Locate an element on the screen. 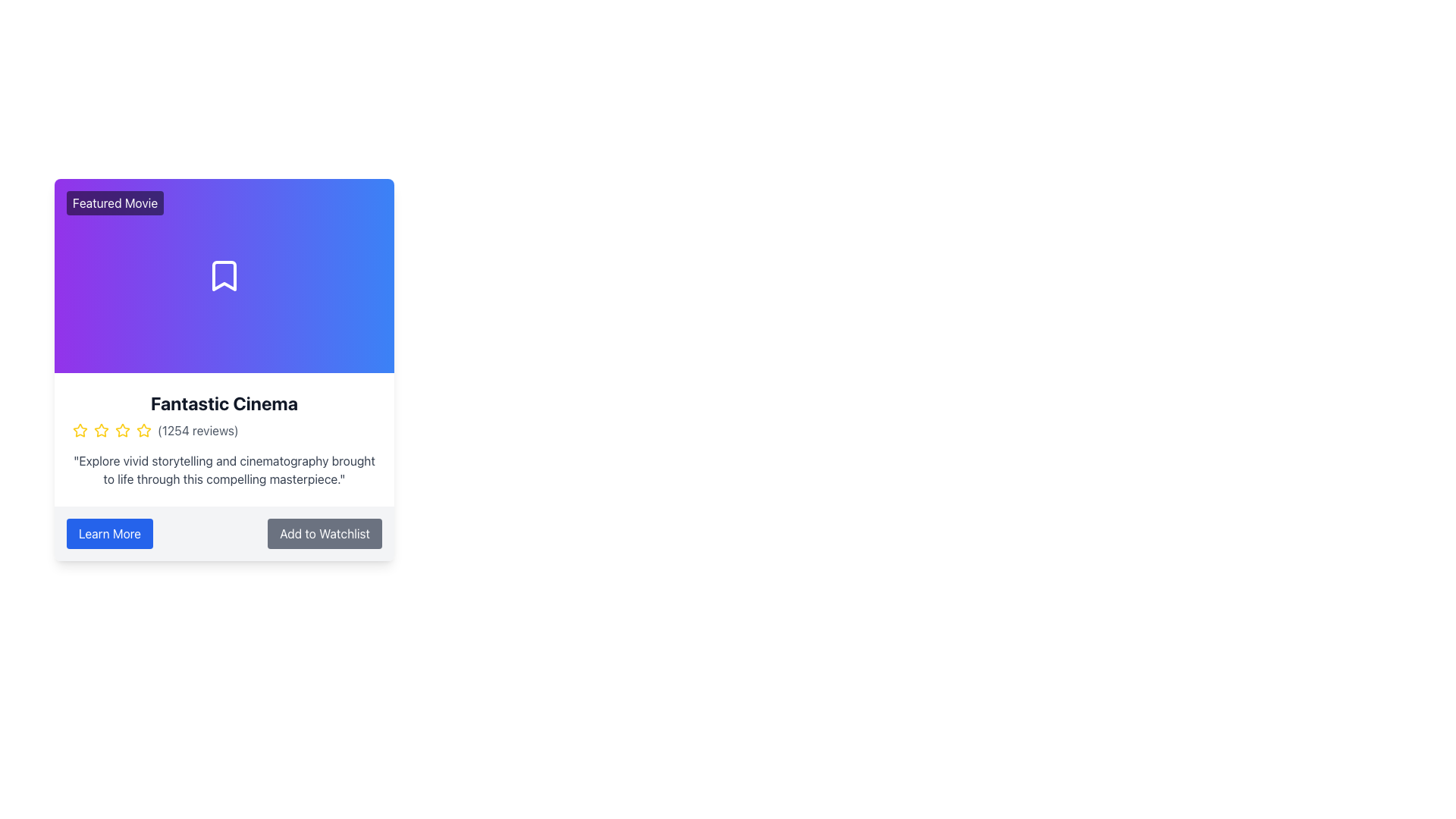 The height and width of the screenshot is (819, 1456). the 'Add to Watchlist' button located at the lower right corner of the card-like section is located at coordinates (324, 533).